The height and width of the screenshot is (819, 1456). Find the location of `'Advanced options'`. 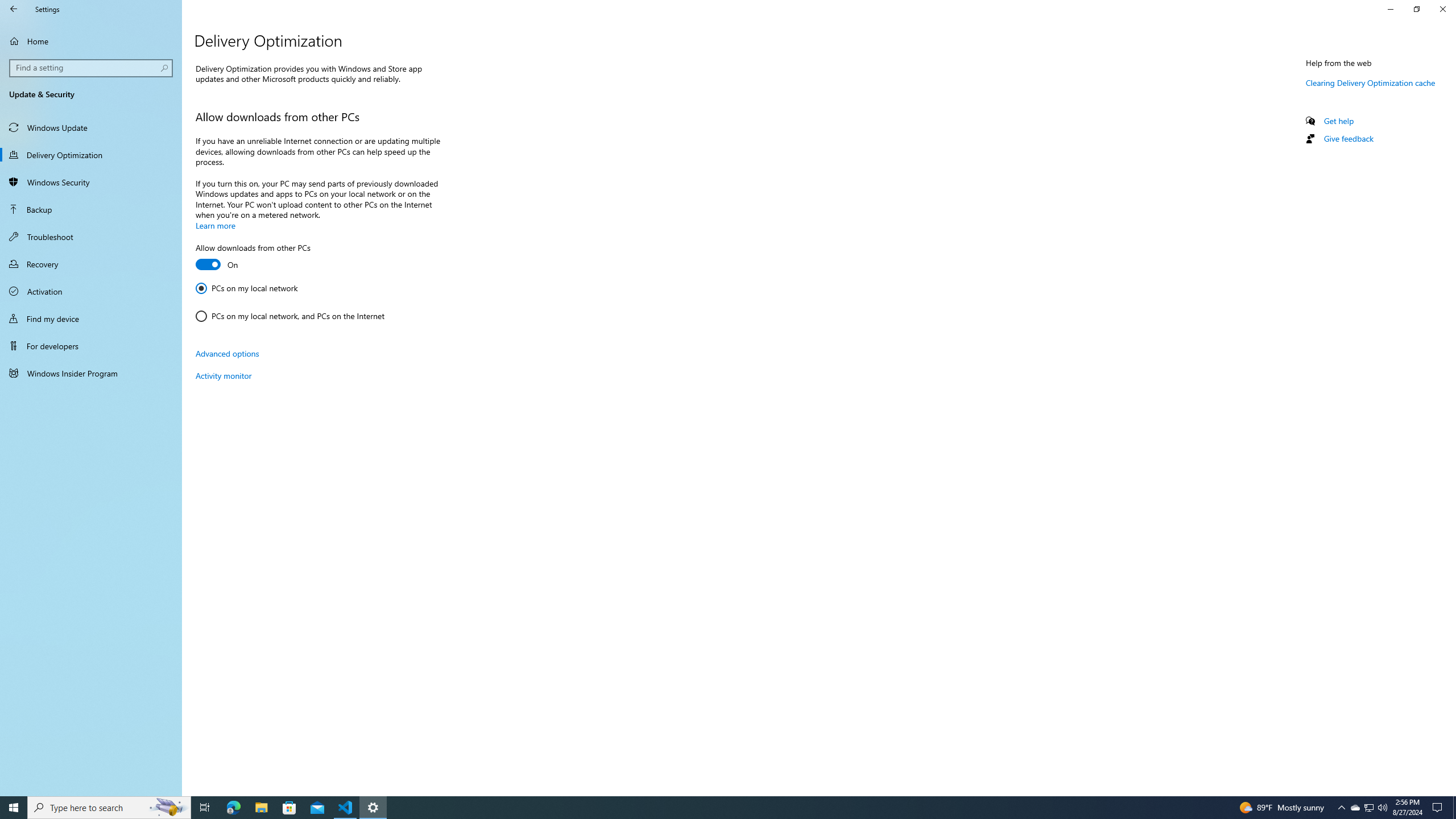

'Advanced options' is located at coordinates (227, 353).